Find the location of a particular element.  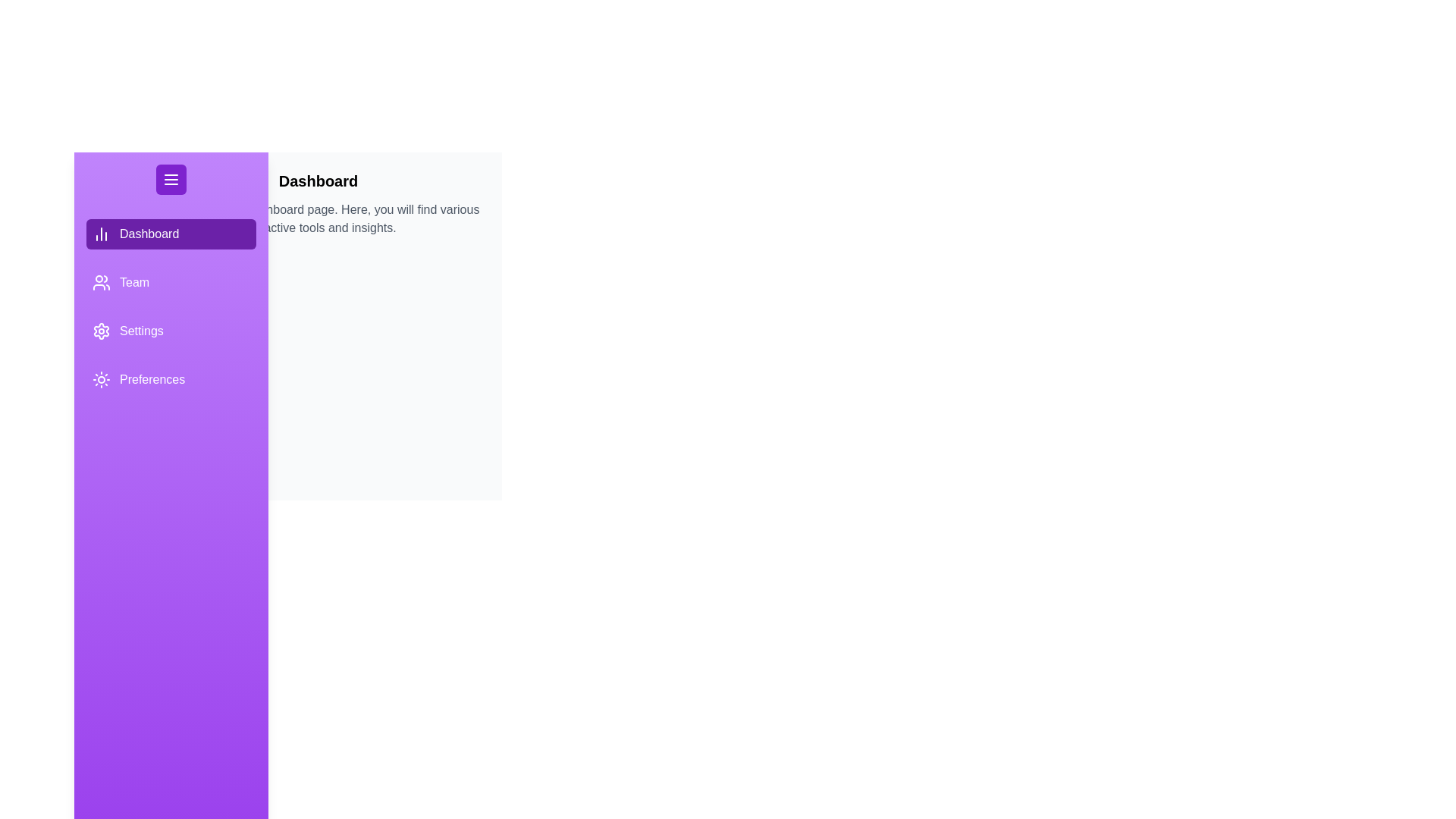

the toggle button to open or close the drawer is located at coordinates (171, 178).